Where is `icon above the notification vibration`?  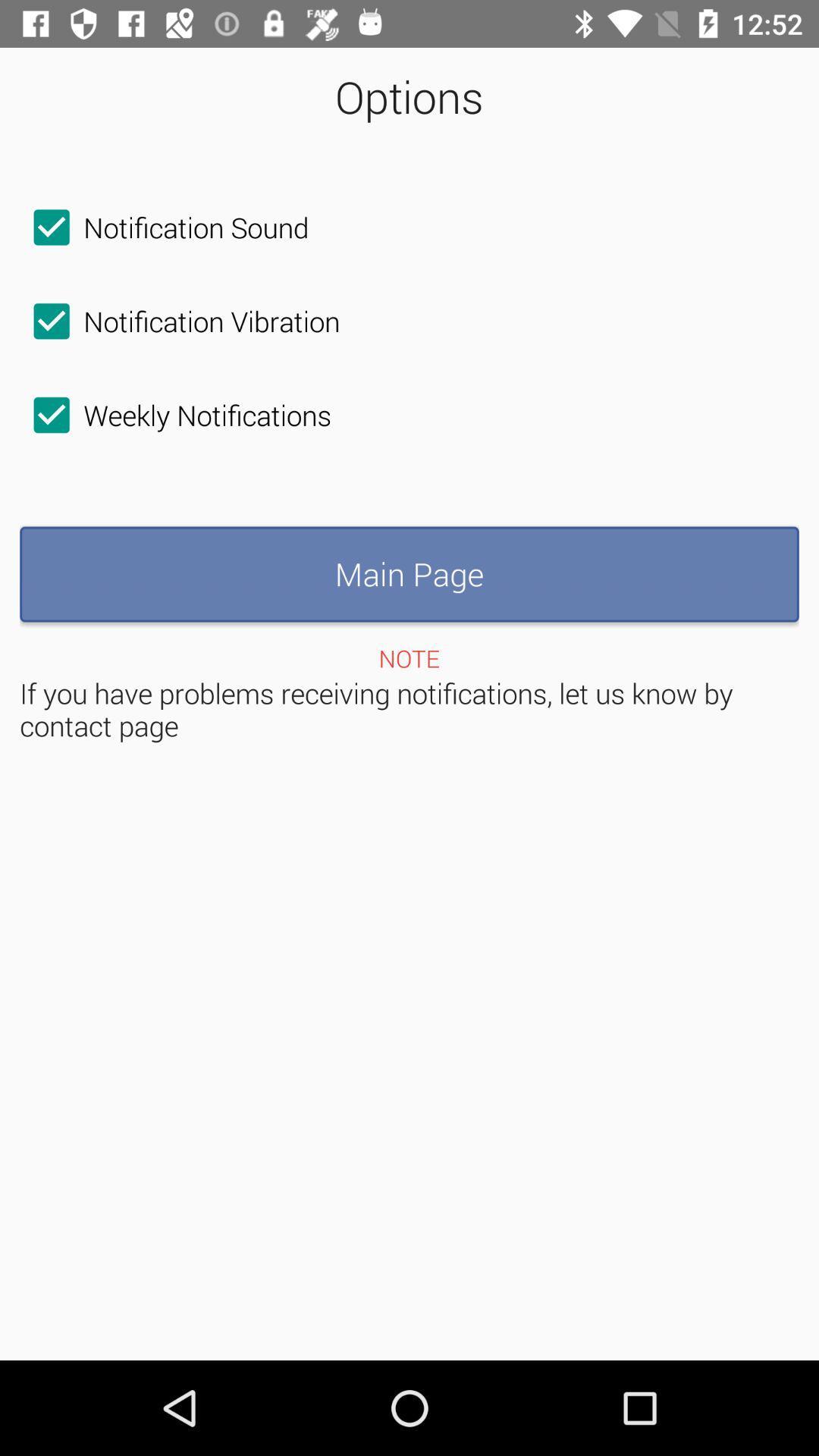 icon above the notification vibration is located at coordinates (164, 226).